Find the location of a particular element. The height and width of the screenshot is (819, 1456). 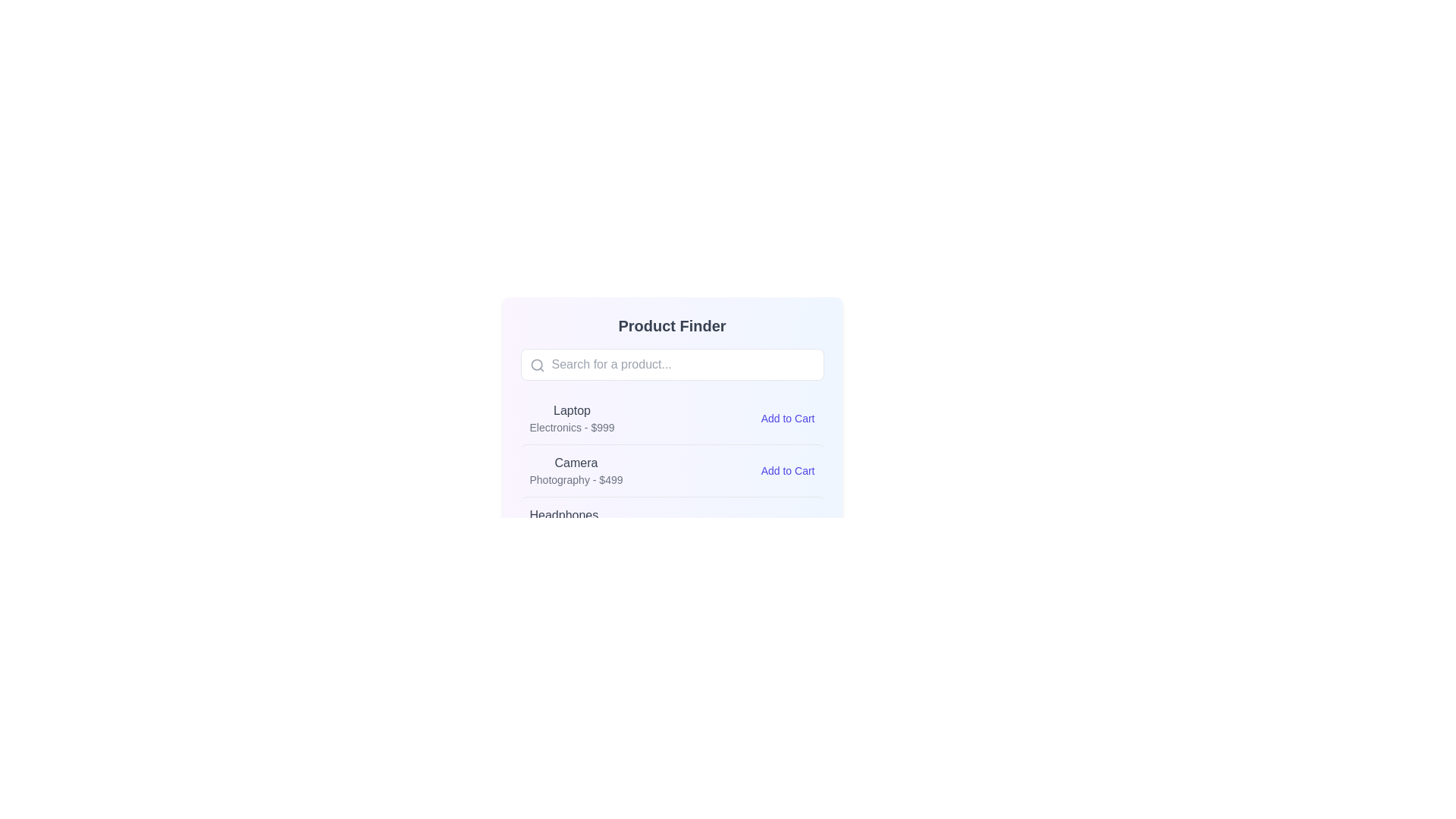

the static text element displaying 'Photography - $499', which is located directly below the 'Camera' heading in the product list is located at coordinates (575, 479).